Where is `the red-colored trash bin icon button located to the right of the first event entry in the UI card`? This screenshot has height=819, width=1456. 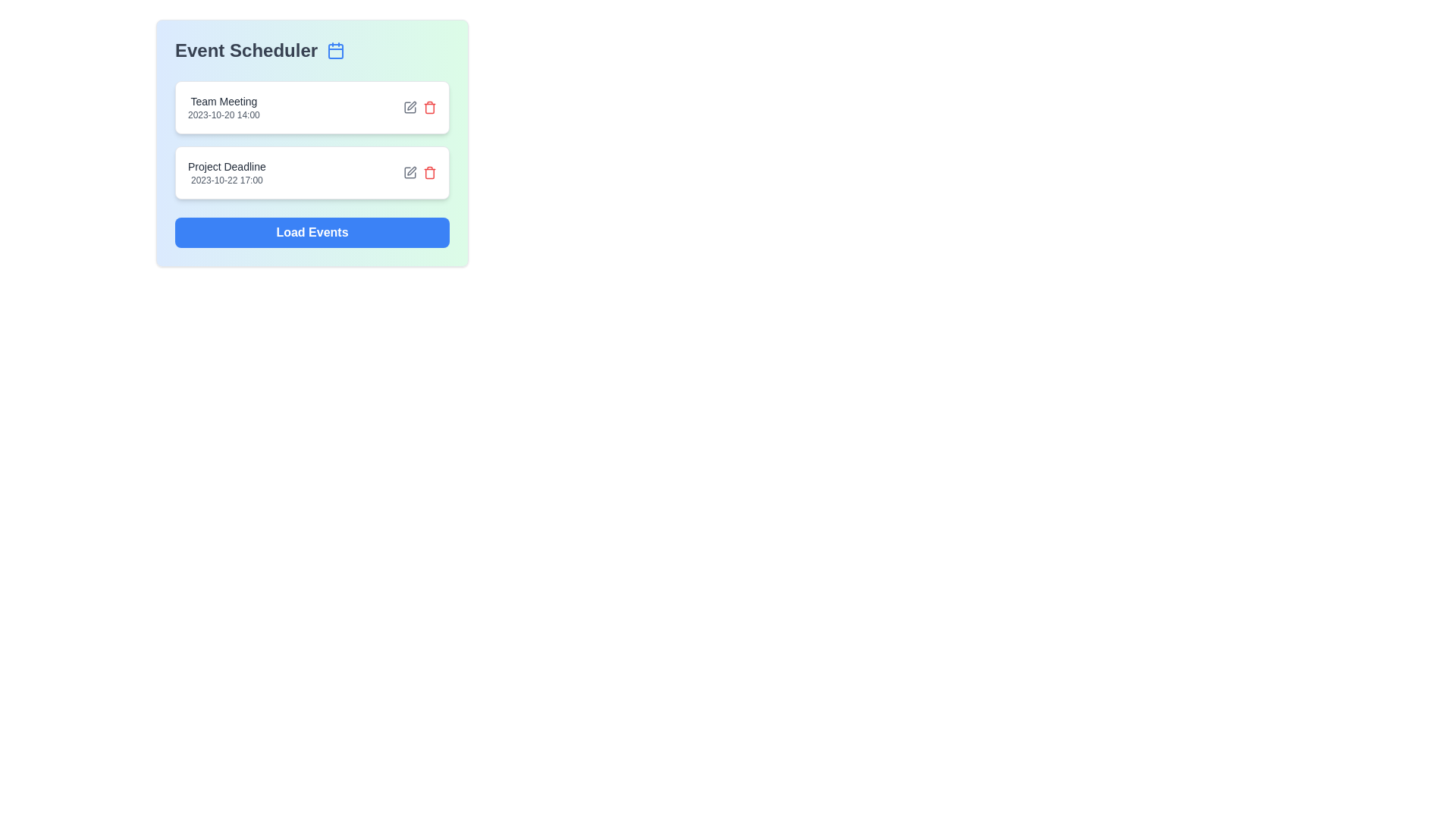 the red-colored trash bin icon button located to the right of the first event entry in the UI card is located at coordinates (428, 107).